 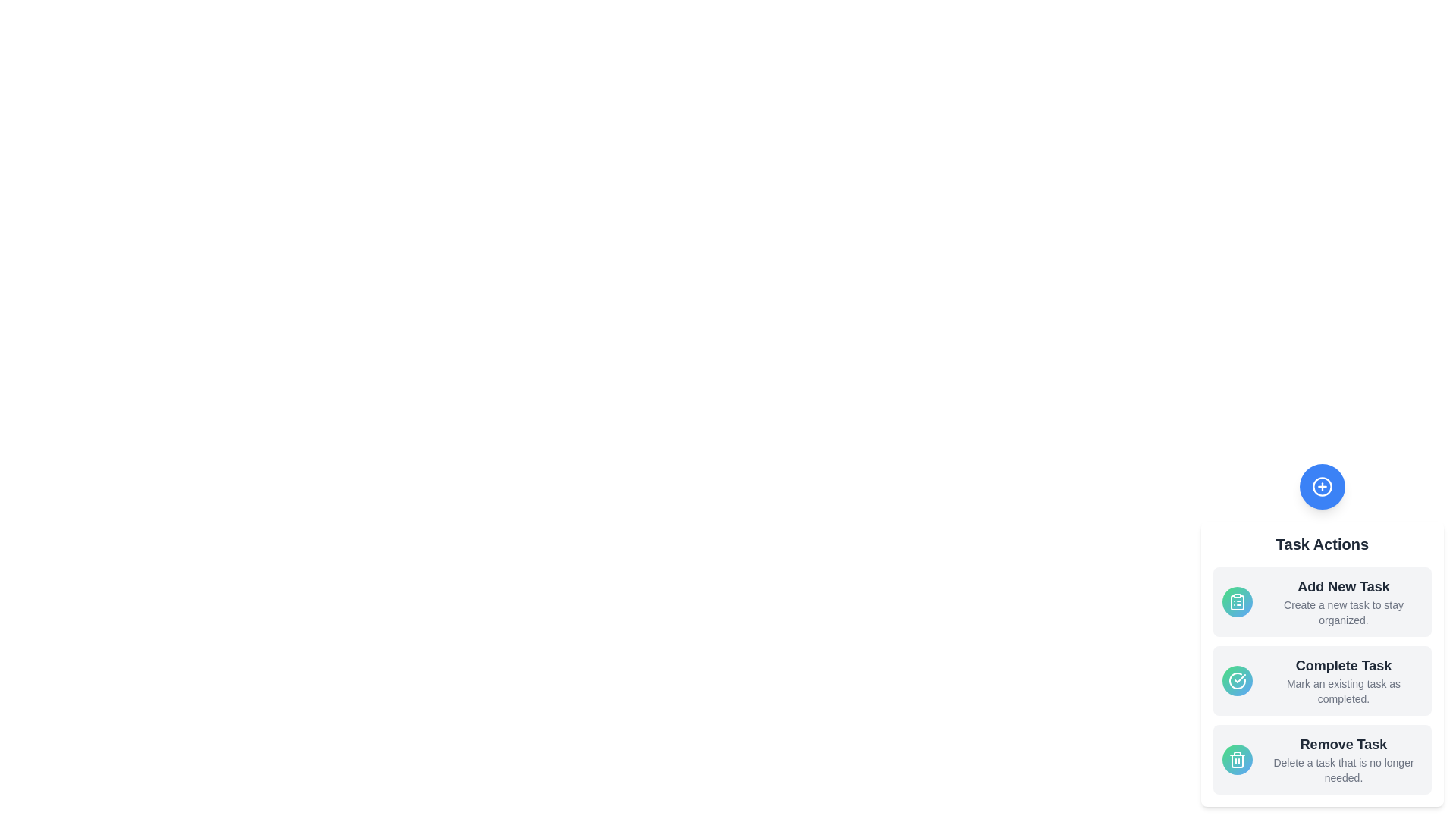 What do you see at coordinates (1321, 760) in the screenshot?
I see `the 'Remove Task' option to delete a task` at bounding box center [1321, 760].